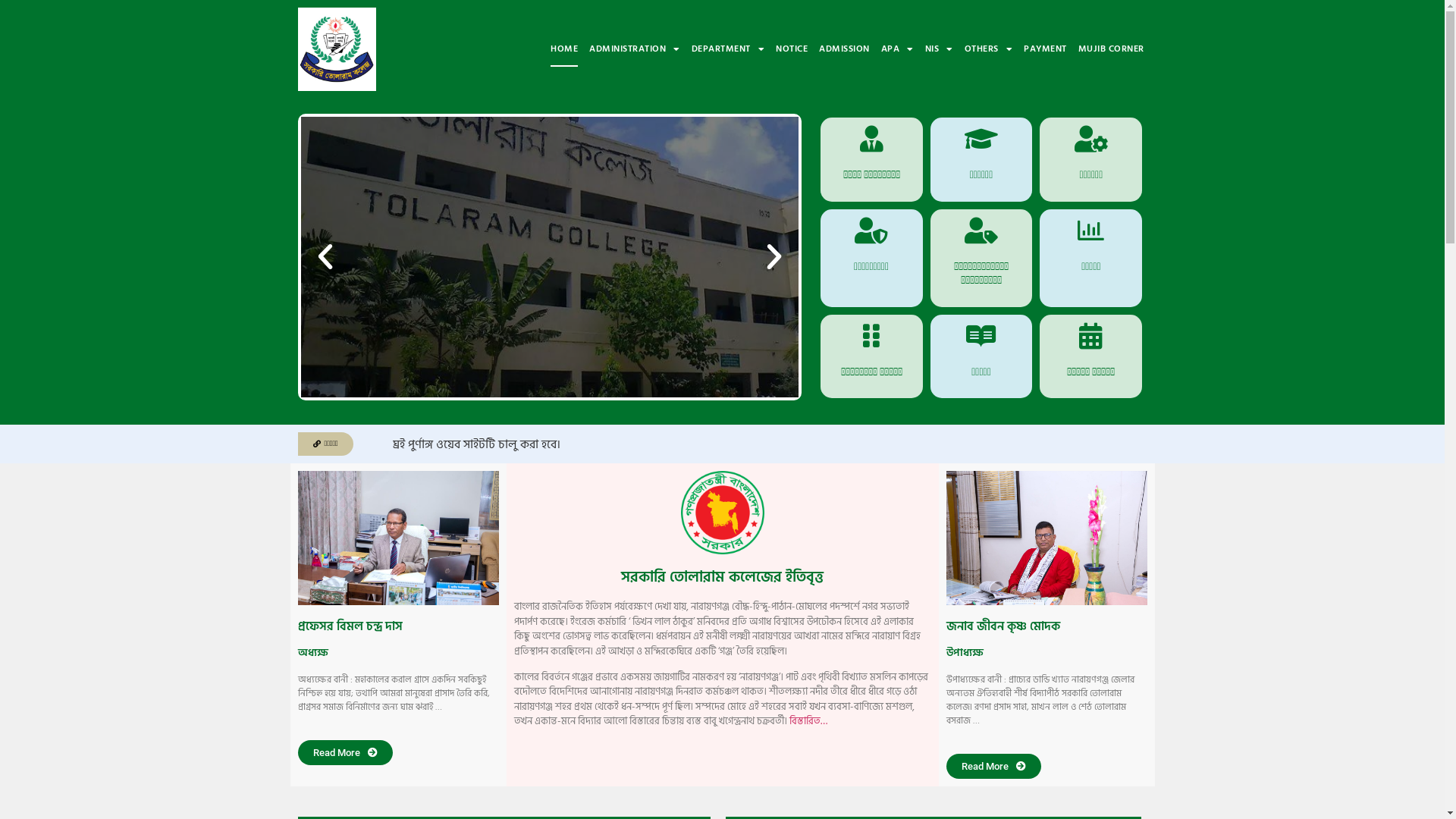 The width and height of the screenshot is (1456, 819). Describe the element at coordinates (897, 49) in the screenshot. I see `'APA'` at that location.